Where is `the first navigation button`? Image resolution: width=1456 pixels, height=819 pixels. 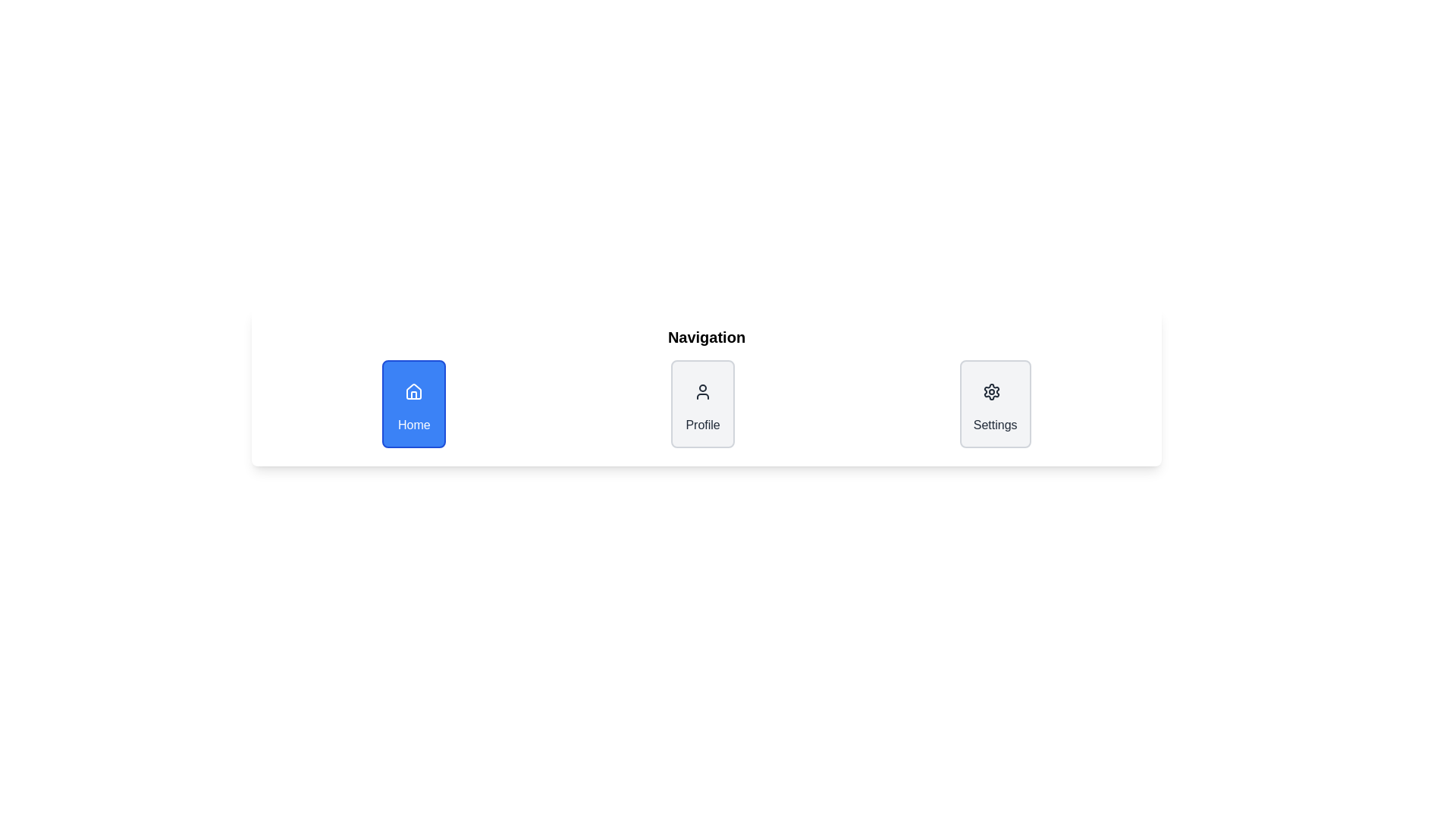
the first navigation button is located at coordinates (414, 403).